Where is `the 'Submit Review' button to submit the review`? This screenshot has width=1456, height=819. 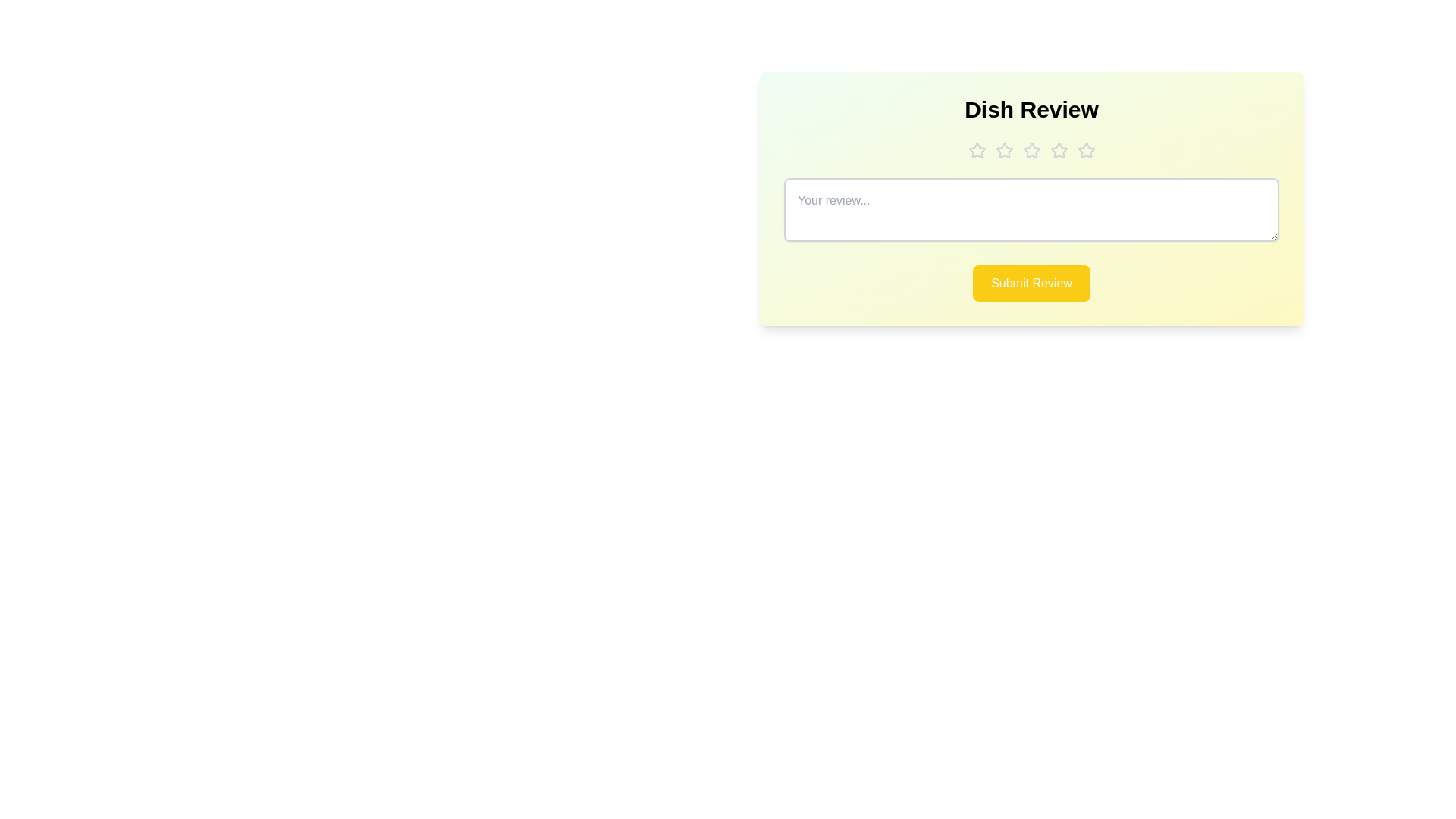
the 'Submit Review' button to submit the review is located at coordinates (1031, 284).